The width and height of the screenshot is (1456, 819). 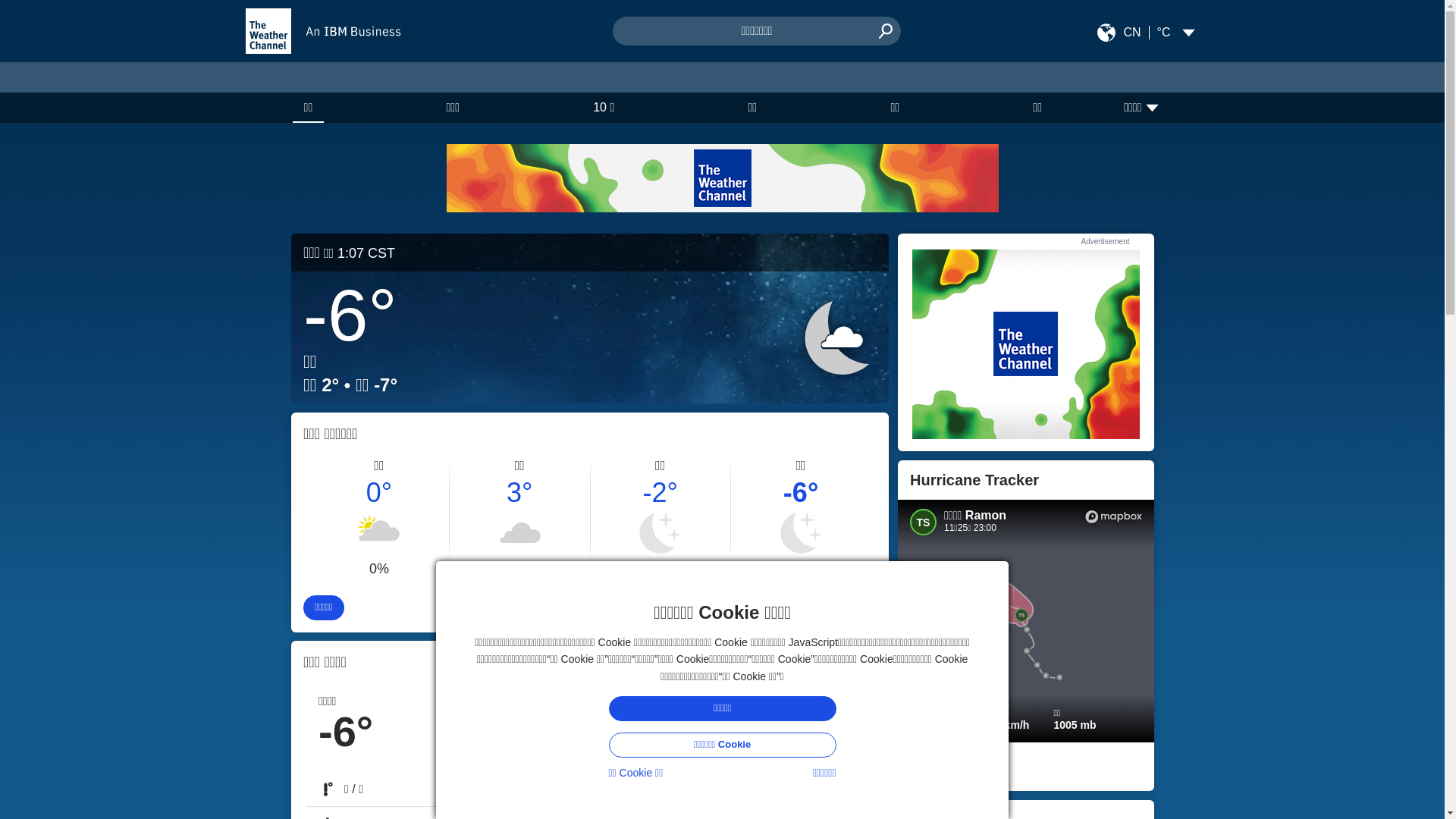 I want to click on '3rd party ad content', so click(x=1025, y=344).